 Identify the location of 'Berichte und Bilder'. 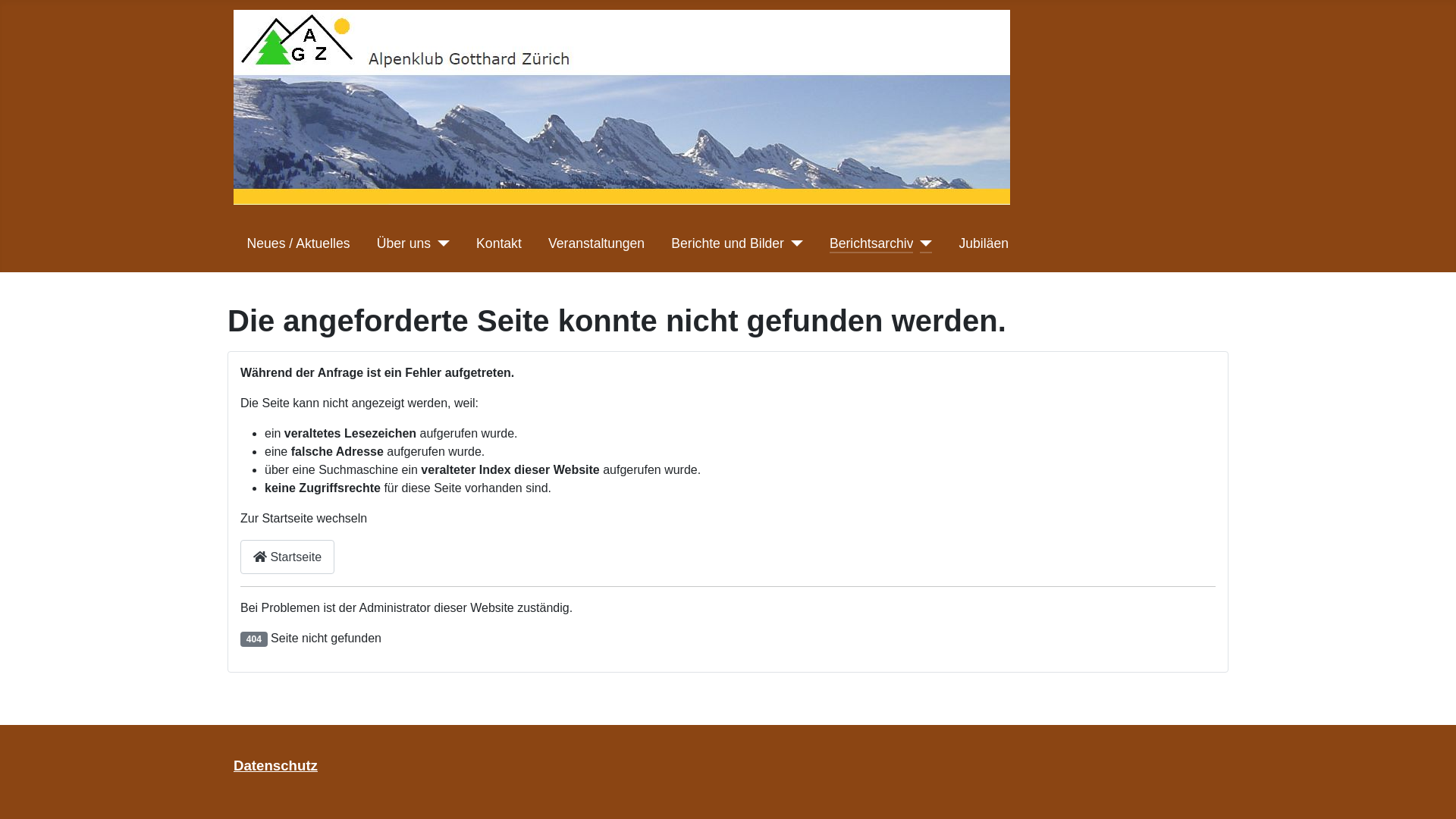
(726, 242).